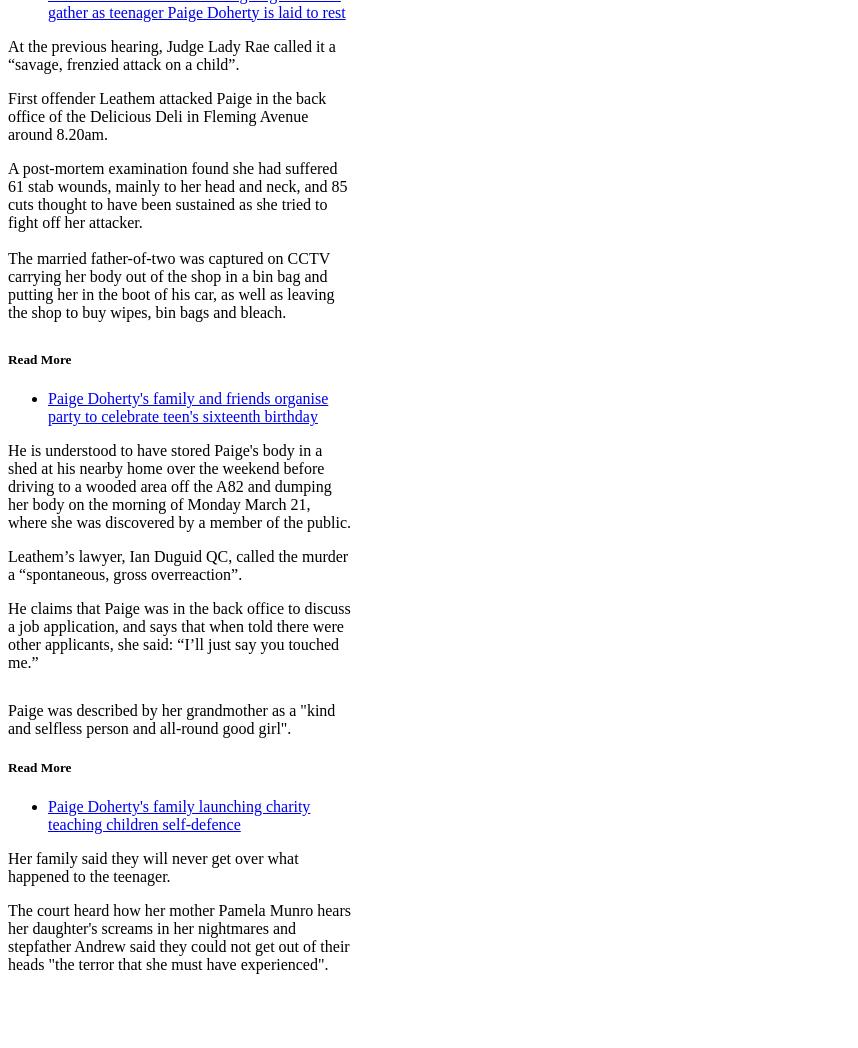 The height and width of the screenshot is (1048, 858). Describe the element at coordinates (7, 54) in the screenshot. I see `'At the previous hearing, Judge Lady Rae called it a “savage, frenzied attack on a child”.'` at that location.